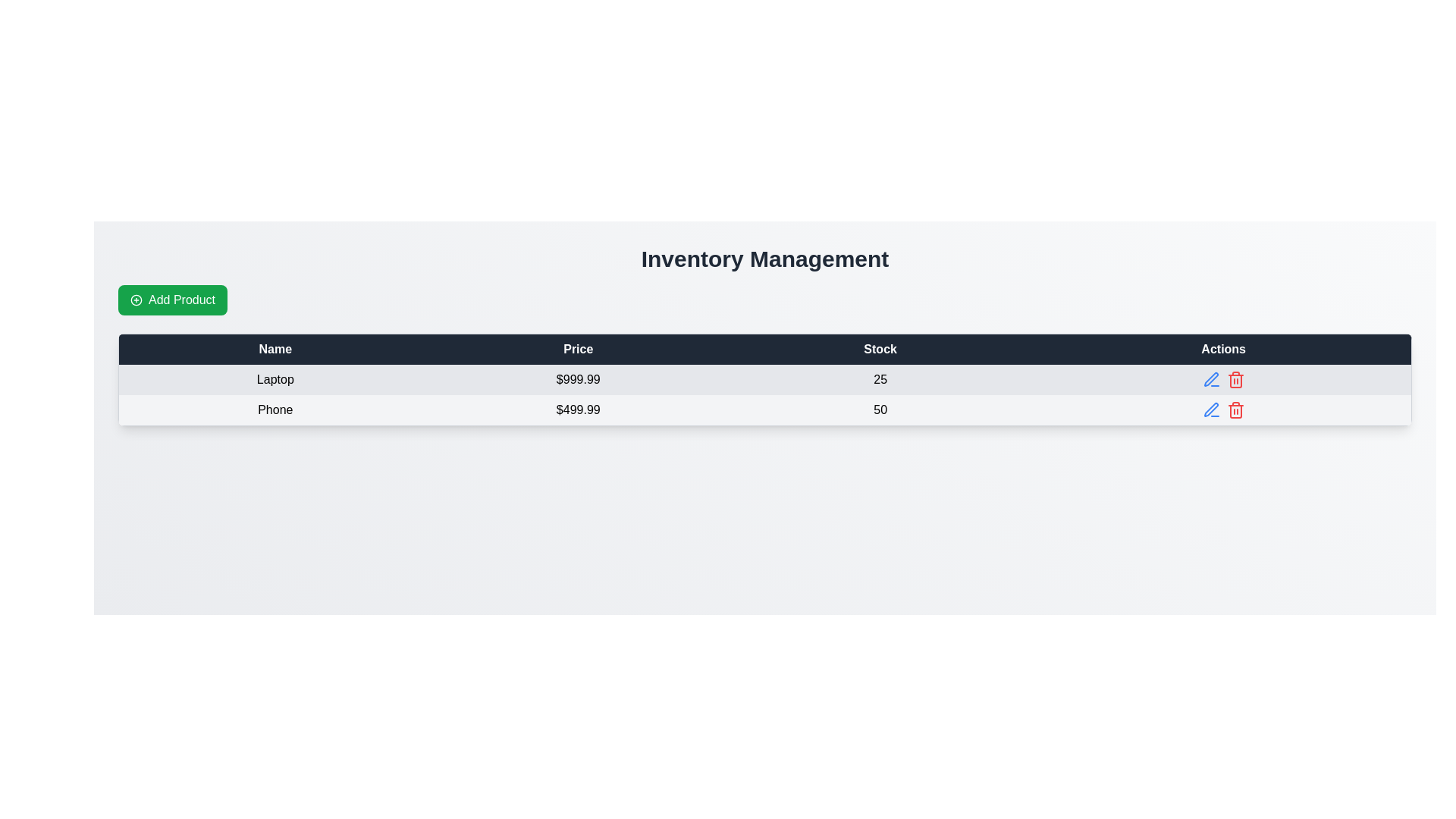  What do you see at coordinates (1223, 349) in the screenshot?
I see `the header cell for the 'Actions' column in the table, located on the far-right side of the header row` at bounding box center [1223, 349].